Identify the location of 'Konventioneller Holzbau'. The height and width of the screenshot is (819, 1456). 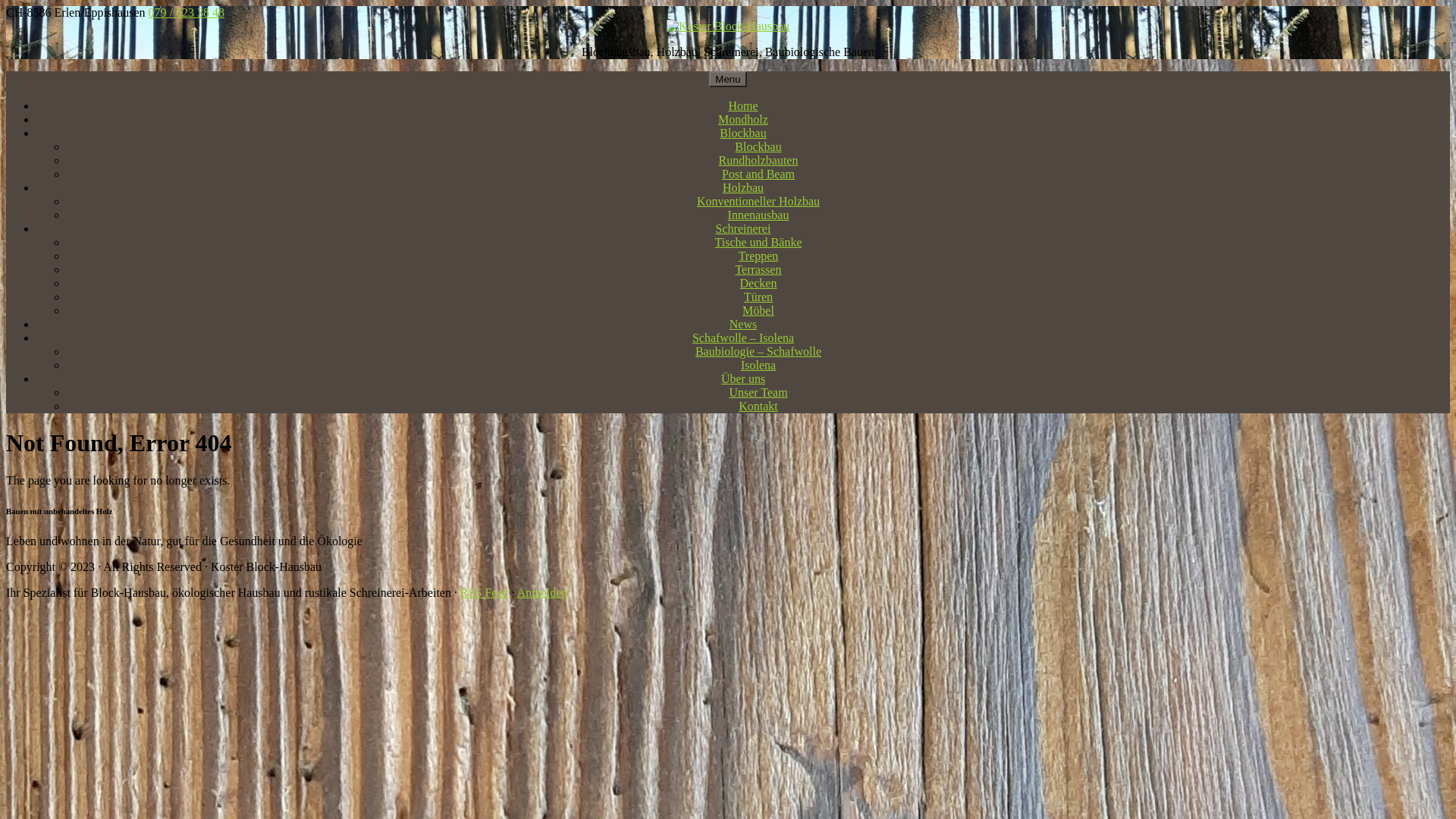
(758, 200).